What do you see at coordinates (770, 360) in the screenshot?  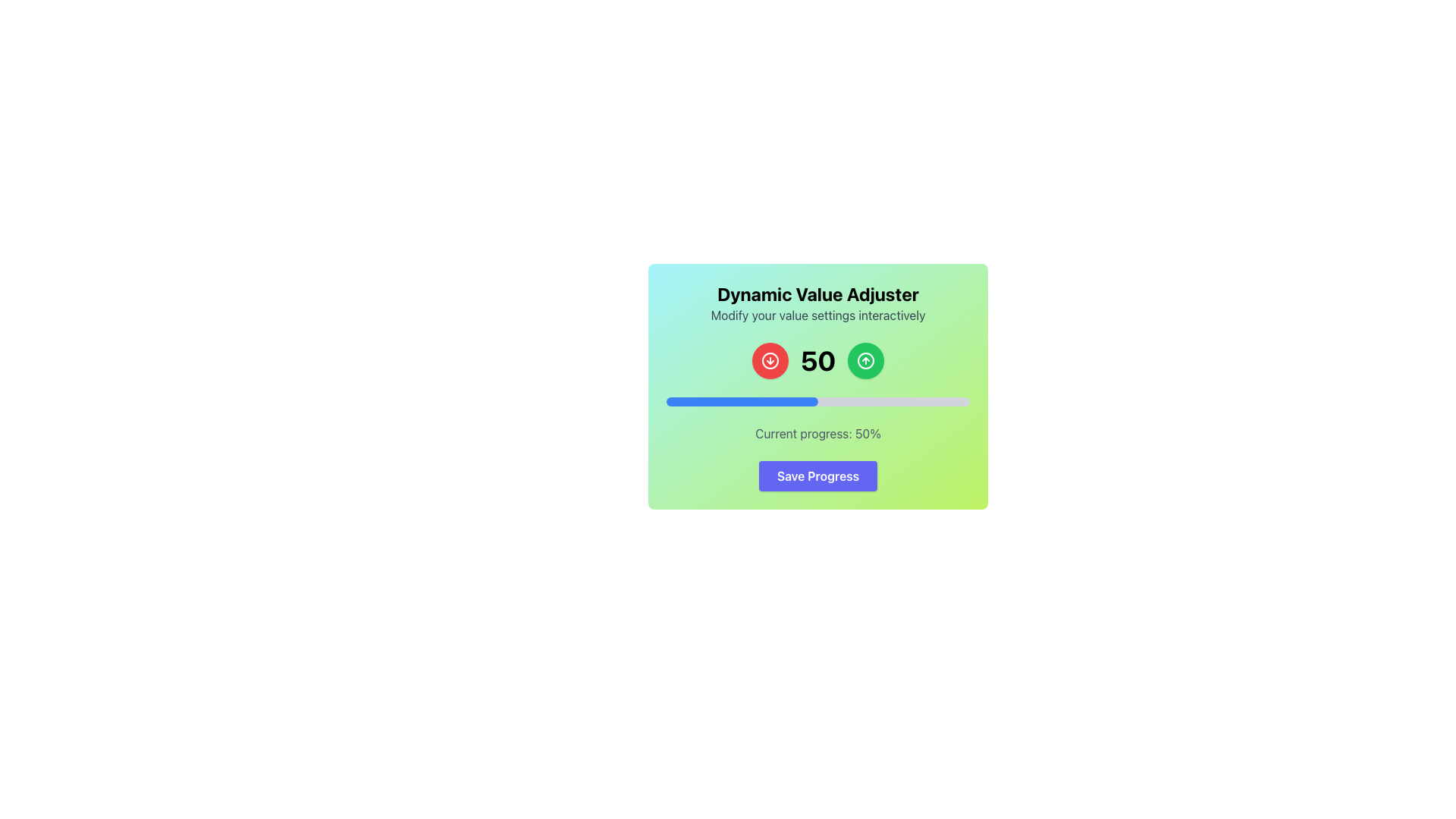 I see `the circular red icon with a downward arrow located within the red button to the left of the central numerical display '50' to decrement the value` at bounding box center [770, 360].